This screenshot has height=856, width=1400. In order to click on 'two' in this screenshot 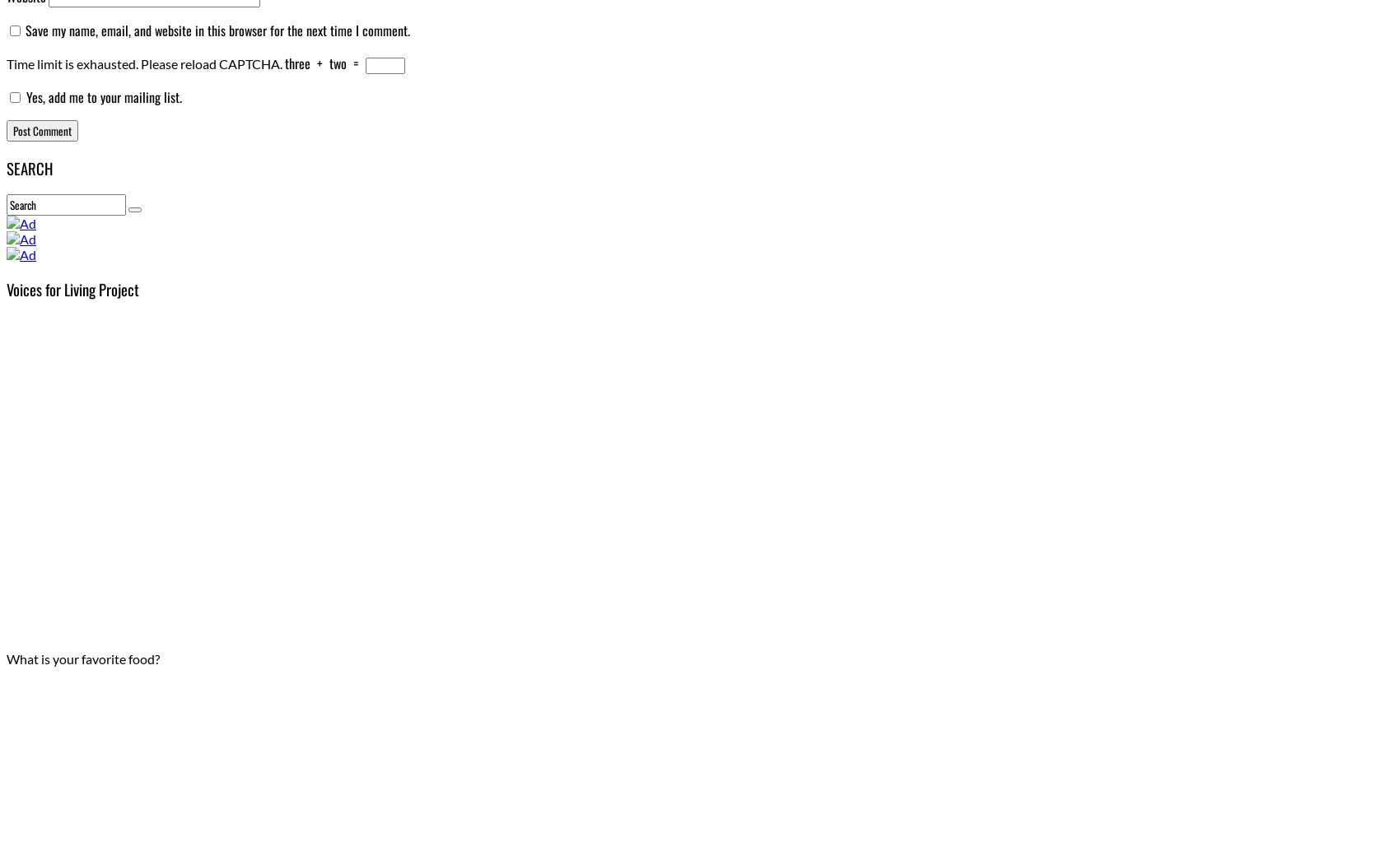, I will do `click(337, 62)`.